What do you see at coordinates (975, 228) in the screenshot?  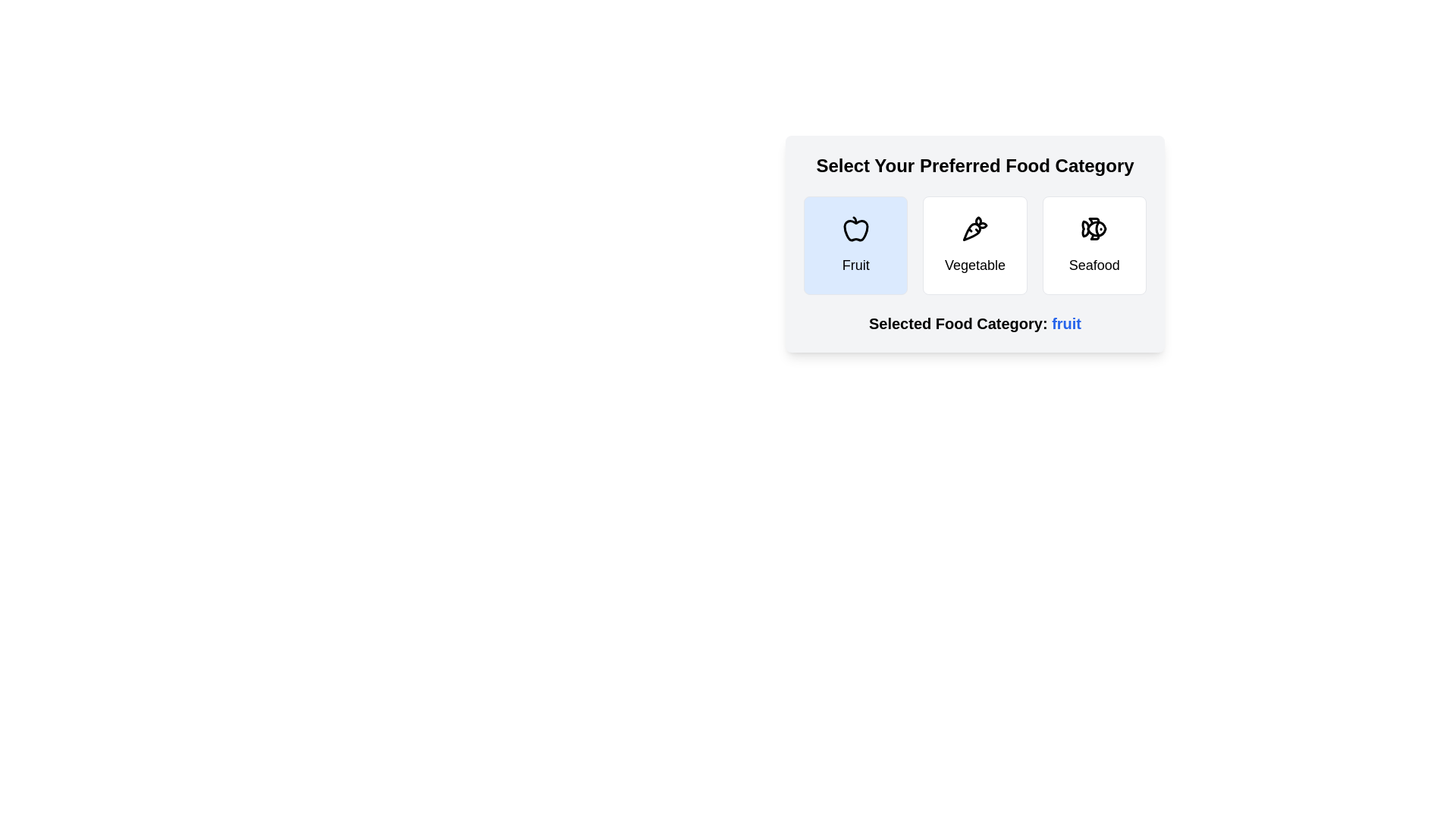 I see `the SVG icon representing the 'Vegetable' category, which is visually centered above the text 'Vegetable' within a row of selectable categories` at bounding box center [975, 228].